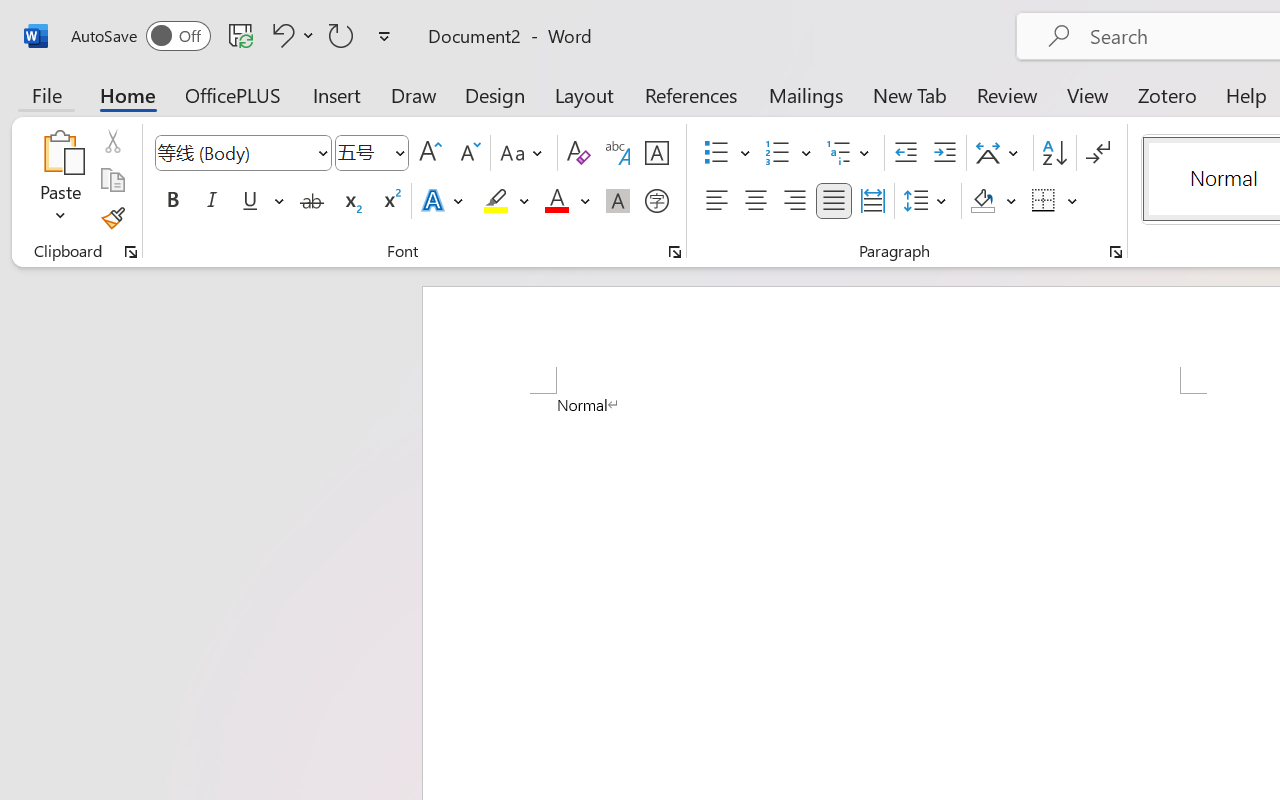 This screenshot has width=1280, height=800. I want to click on 'Paste', so click(60, 151).